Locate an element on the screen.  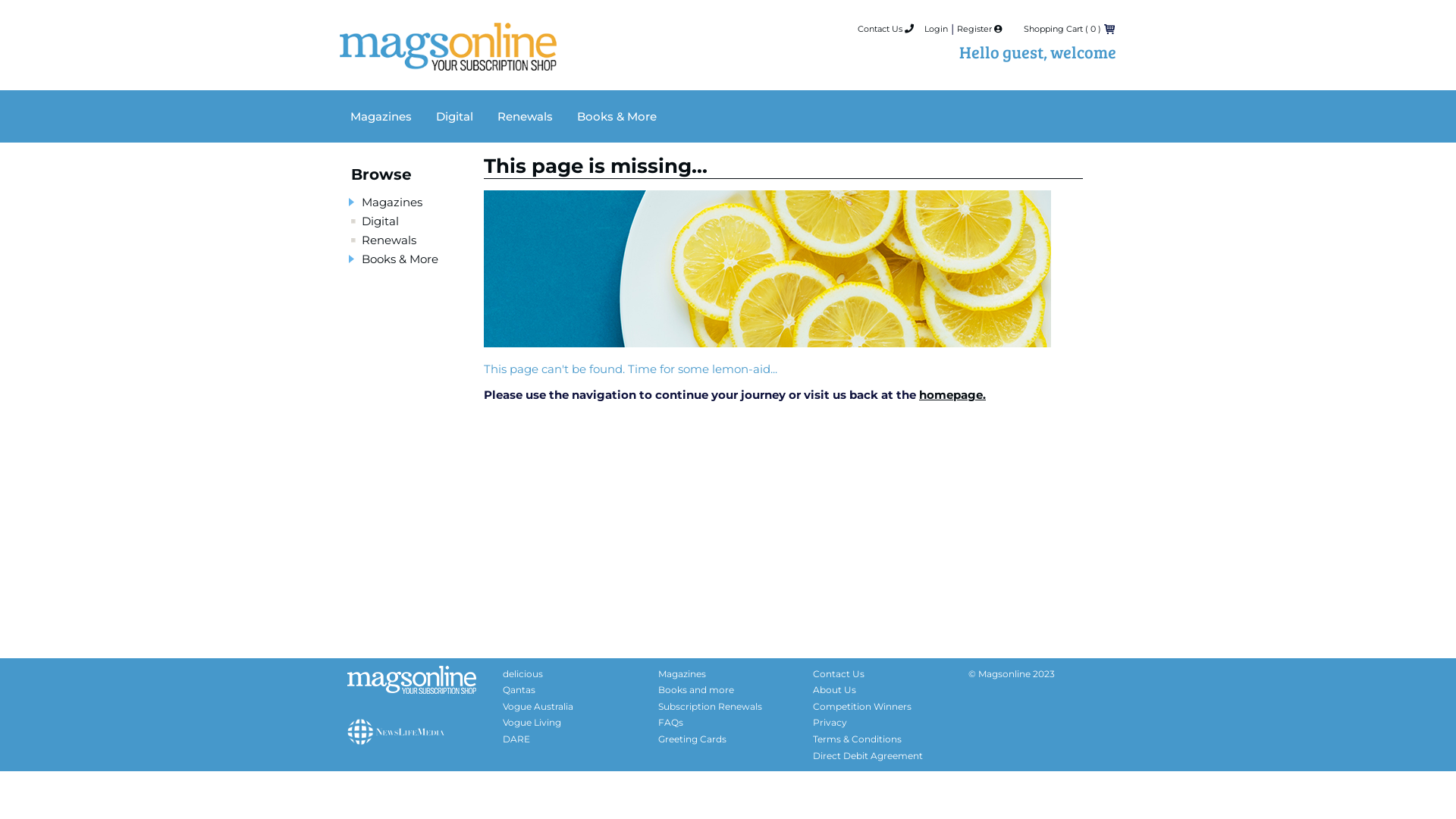
'Contact Us' is located at coordinates (885, 29).